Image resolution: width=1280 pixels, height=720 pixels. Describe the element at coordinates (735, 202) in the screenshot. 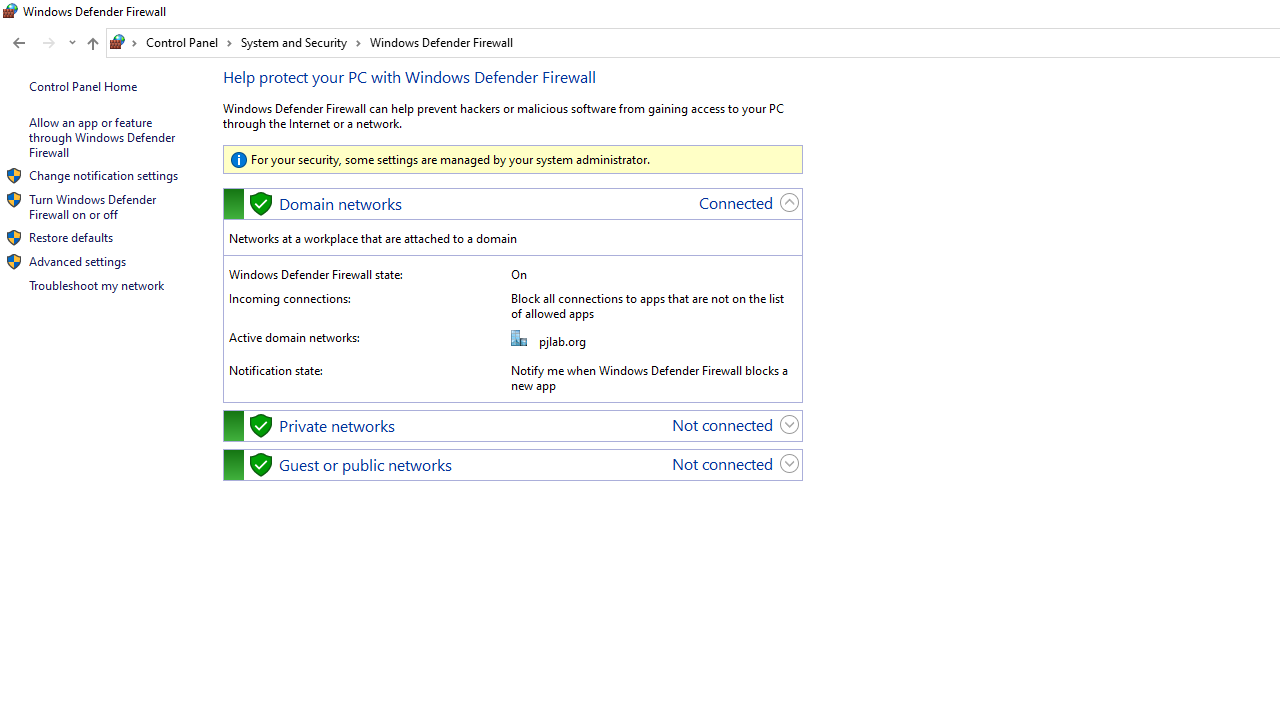

I see `'Connected'` at that location.